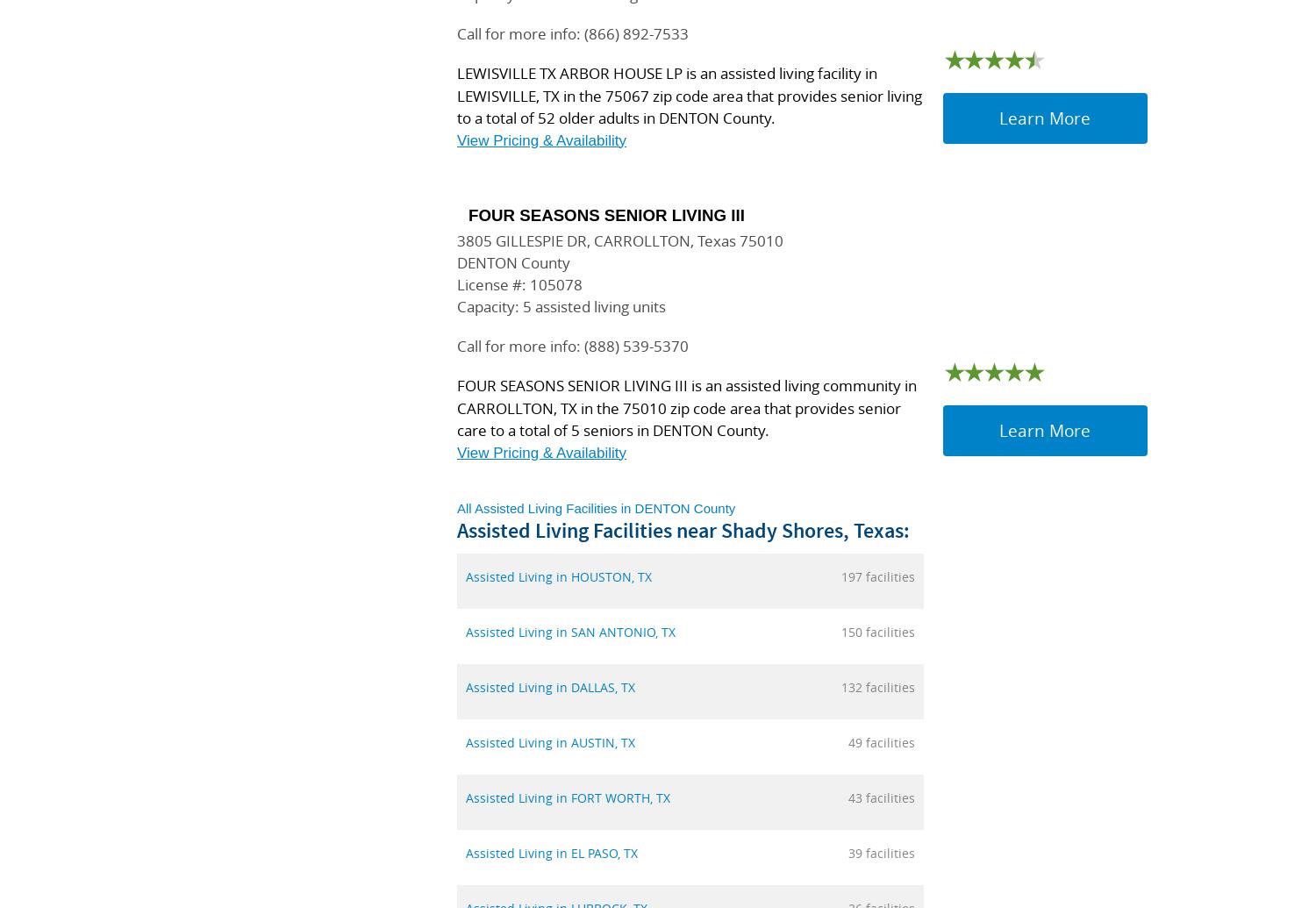 This screenshot has width=1316, height=908. Describe the element at coordinates (683, 529) in the screenshot. I see `'Assisted Living Facilities near Shady Shores, Texas:'` at that location.